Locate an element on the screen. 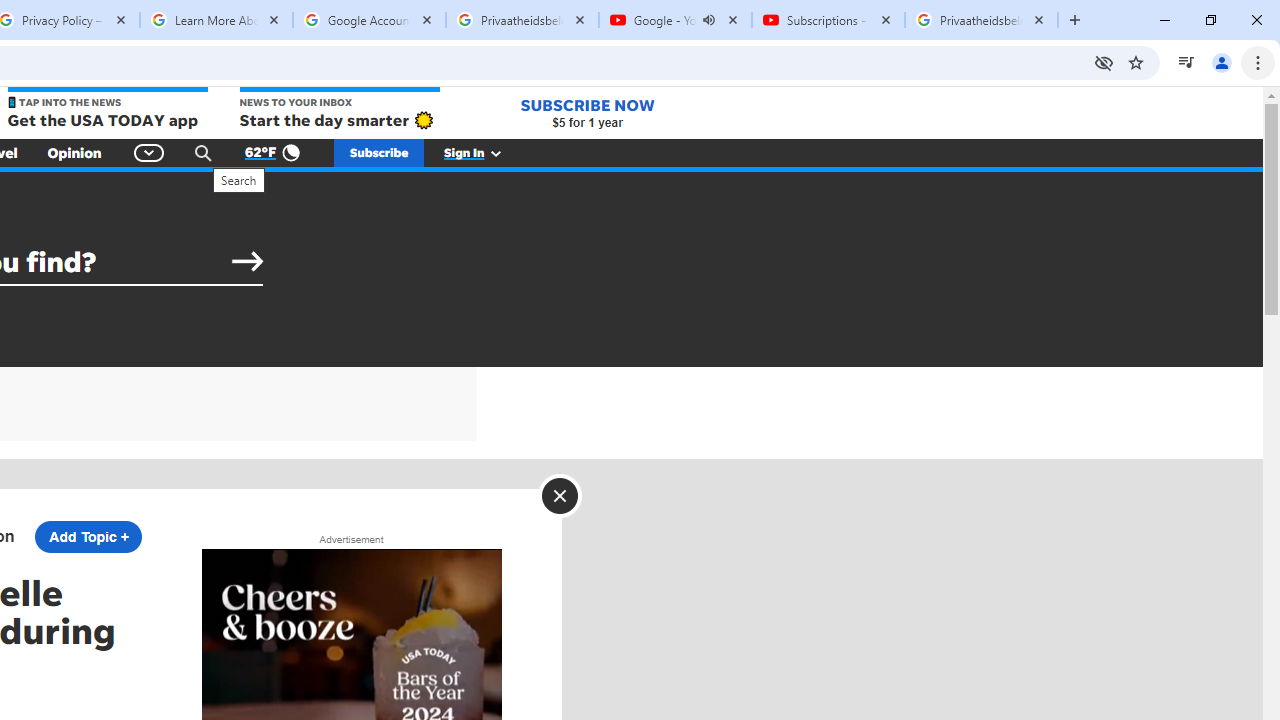 Image resolution: width=1280 pixels, height=720 pixels. 'Google - YouTube - Audio playing' is located at coordinates (675, 20).